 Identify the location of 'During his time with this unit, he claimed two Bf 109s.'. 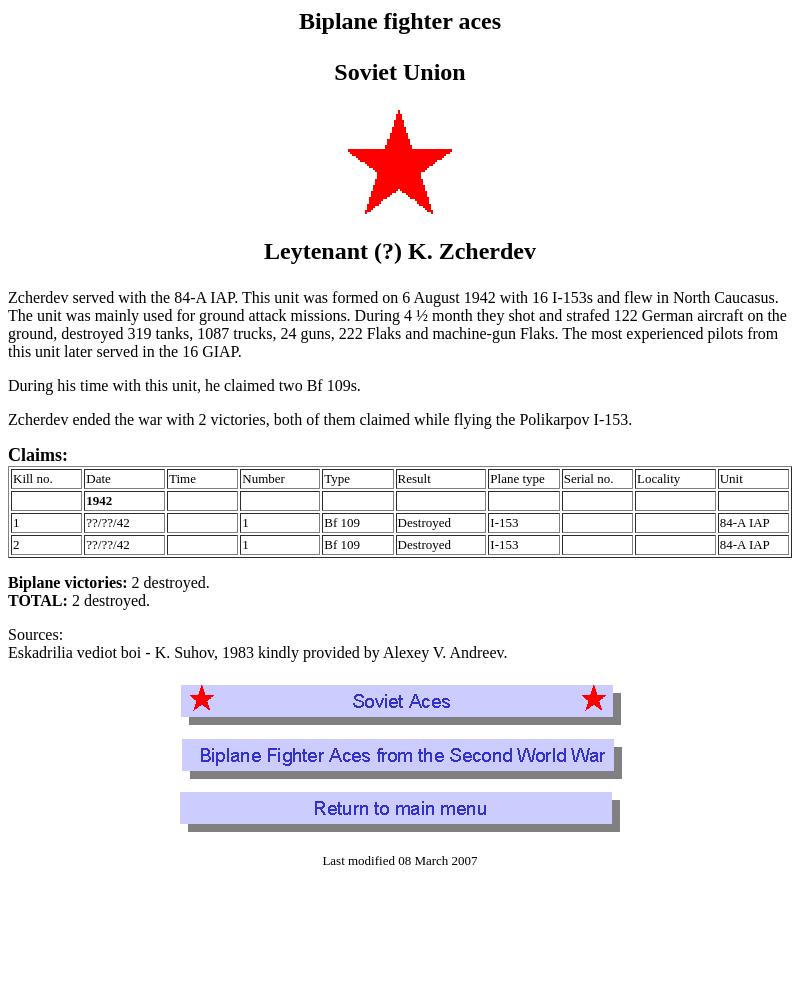
(8, 385).